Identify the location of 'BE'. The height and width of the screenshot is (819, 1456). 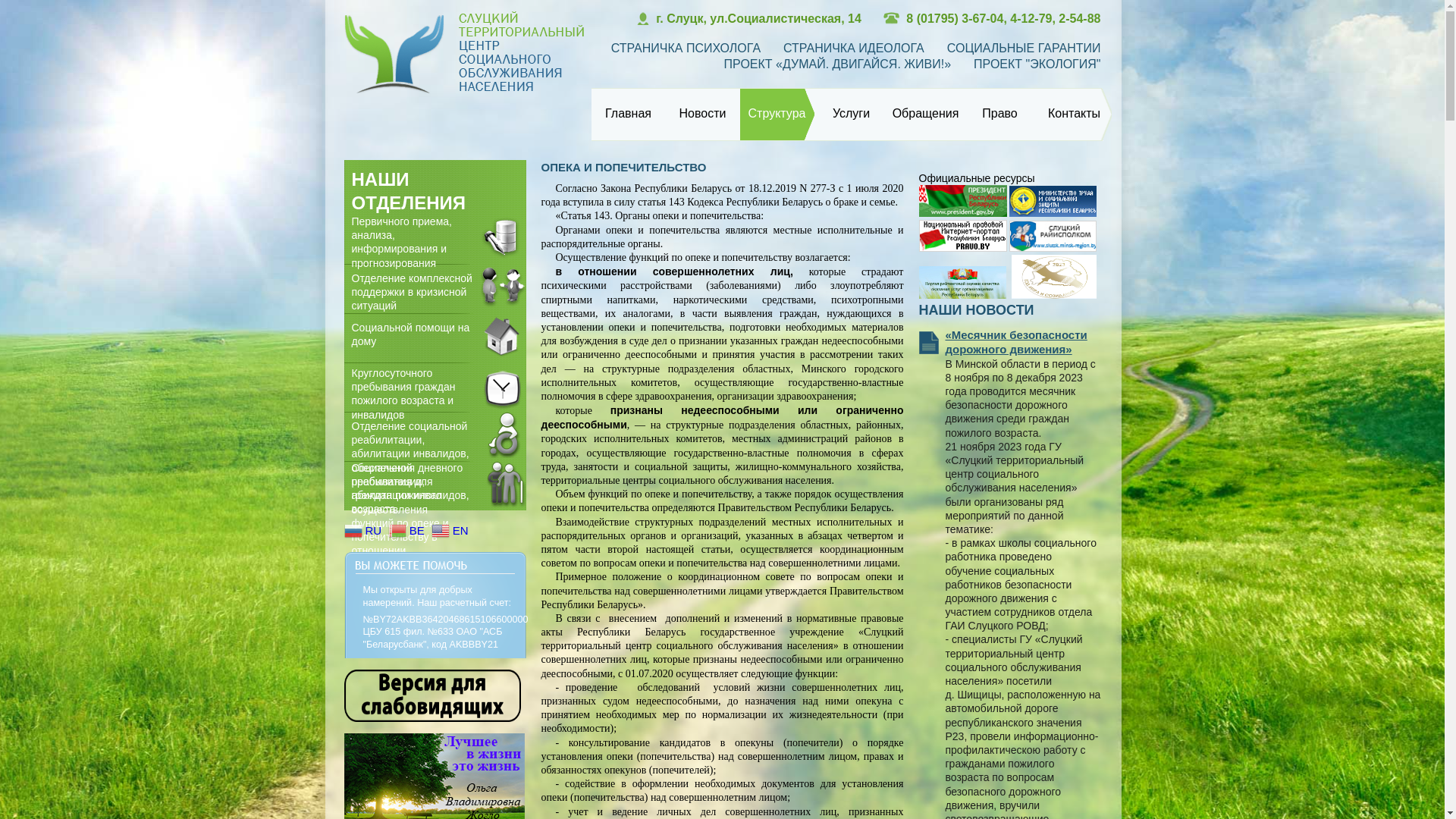
(408, 529).